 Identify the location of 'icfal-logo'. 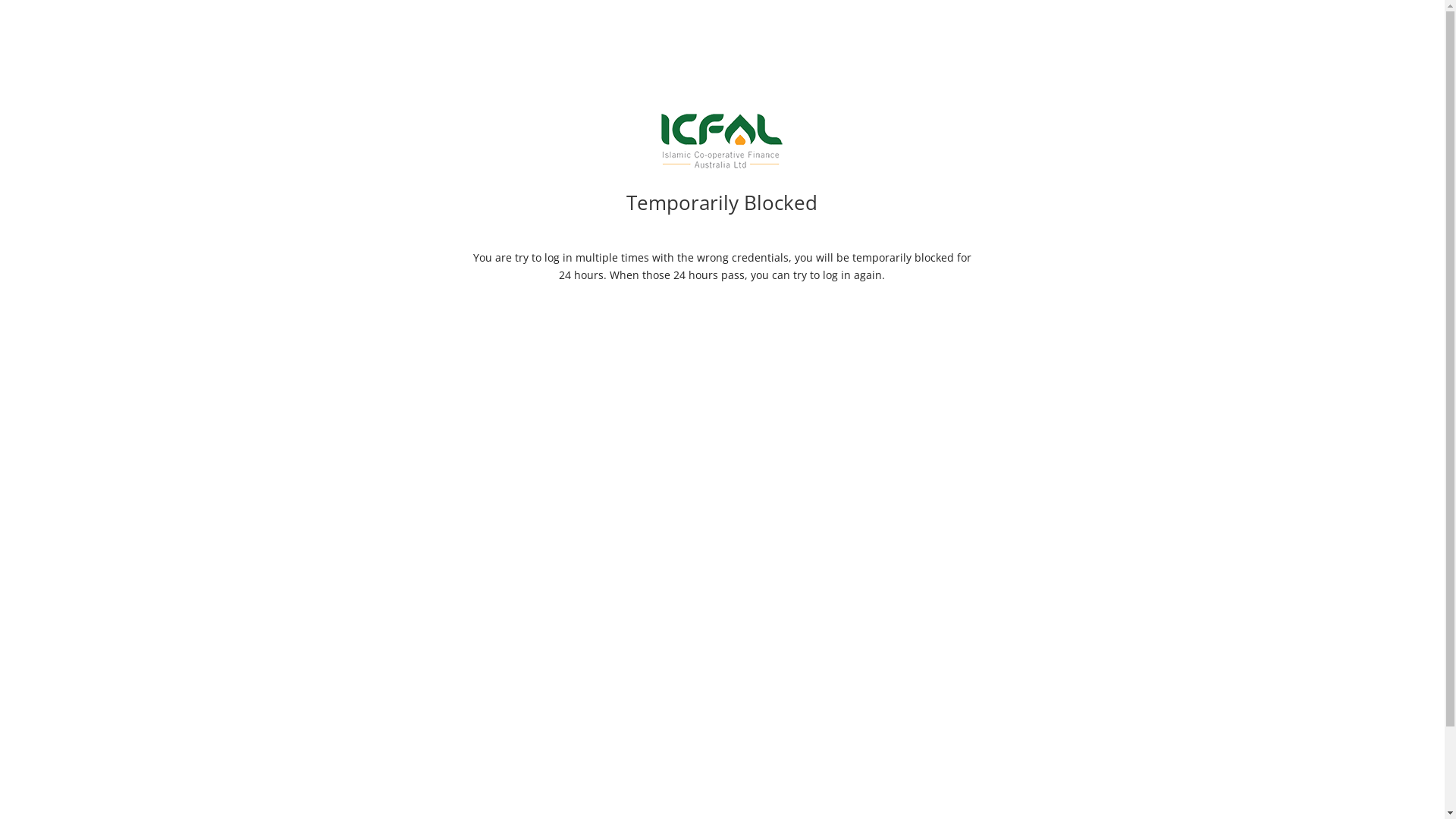
(720, 140).